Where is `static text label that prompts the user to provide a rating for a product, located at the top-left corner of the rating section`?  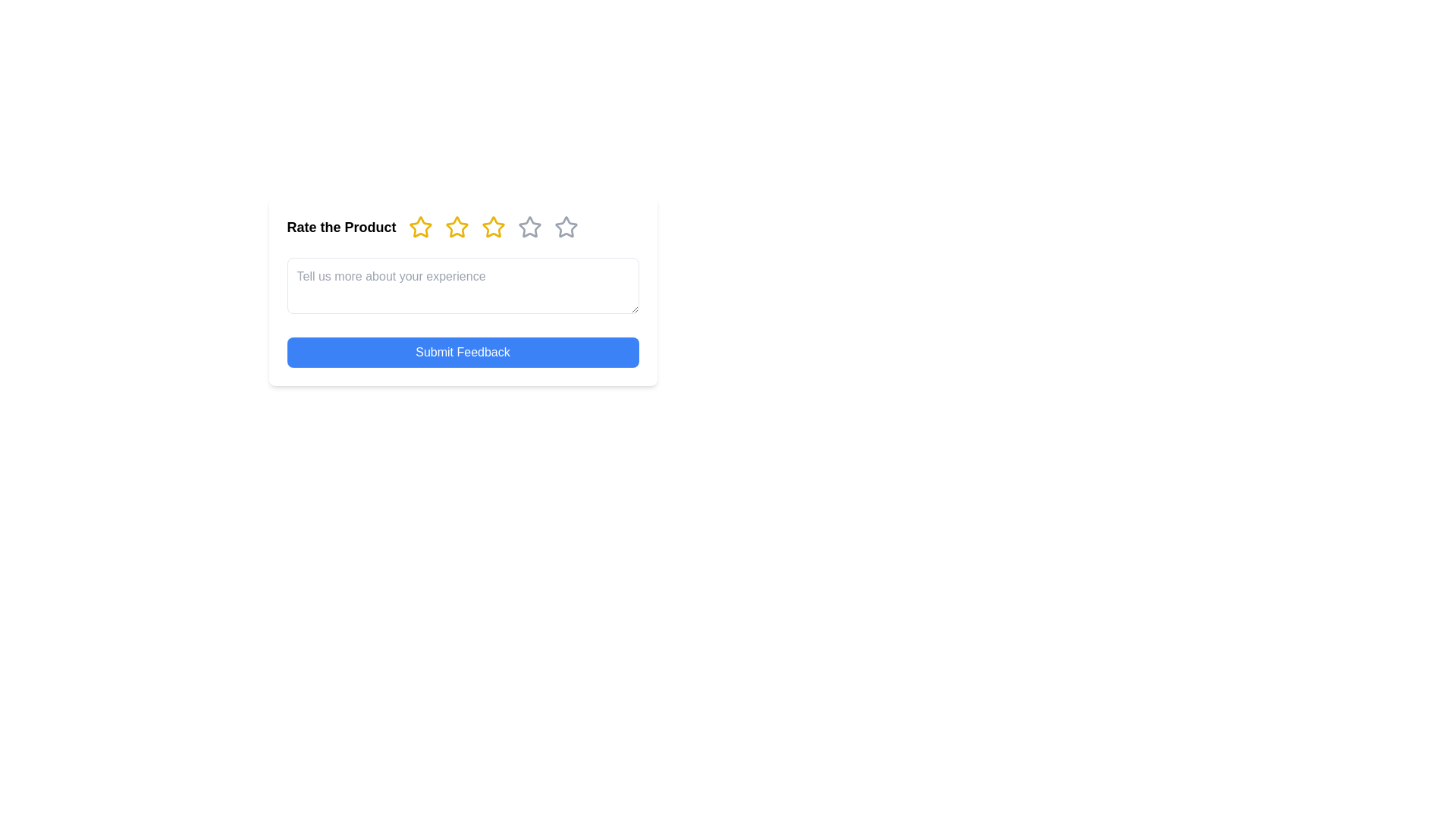
static text label that prompts the user to provide a rating for a product, located at the top-left corner of the rating section is located at coordinates (340, 227).